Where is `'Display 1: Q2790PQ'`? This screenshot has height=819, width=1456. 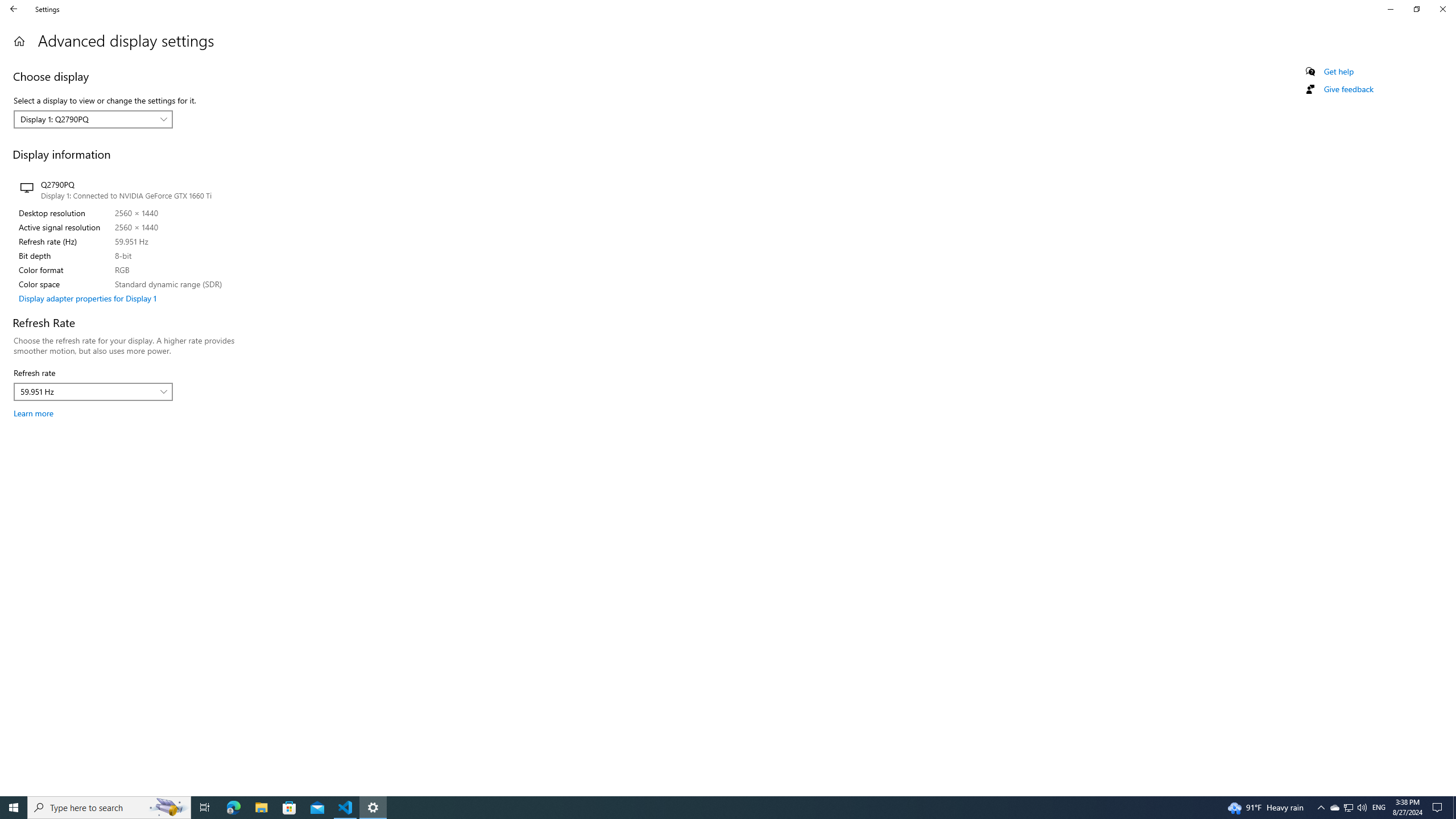
'Display 1: Q2790PQ' is located at coordinates (86, 118).